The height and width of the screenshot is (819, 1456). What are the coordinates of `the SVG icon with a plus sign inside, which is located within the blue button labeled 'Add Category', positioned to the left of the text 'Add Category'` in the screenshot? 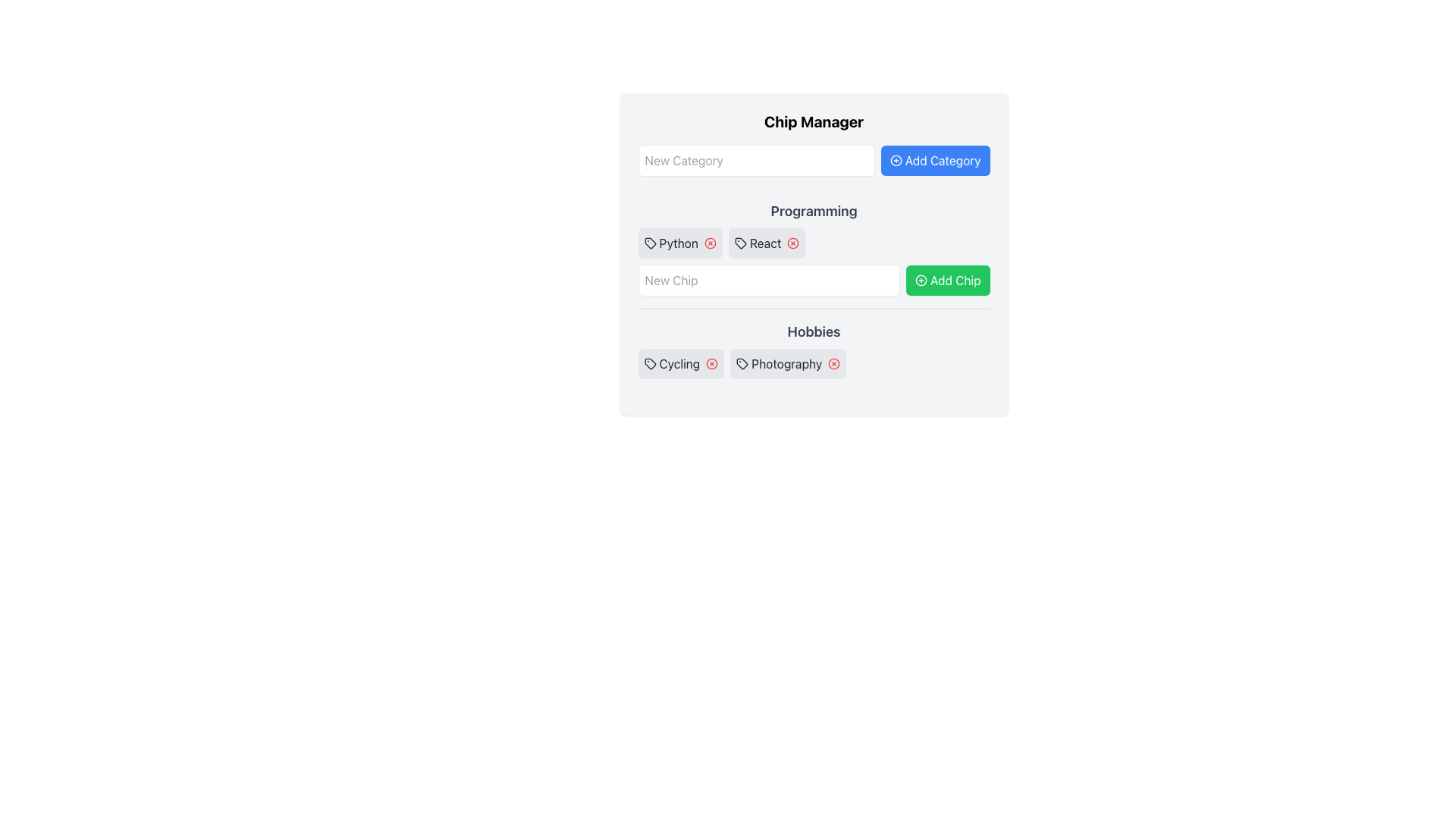 It's located at (896, 161).